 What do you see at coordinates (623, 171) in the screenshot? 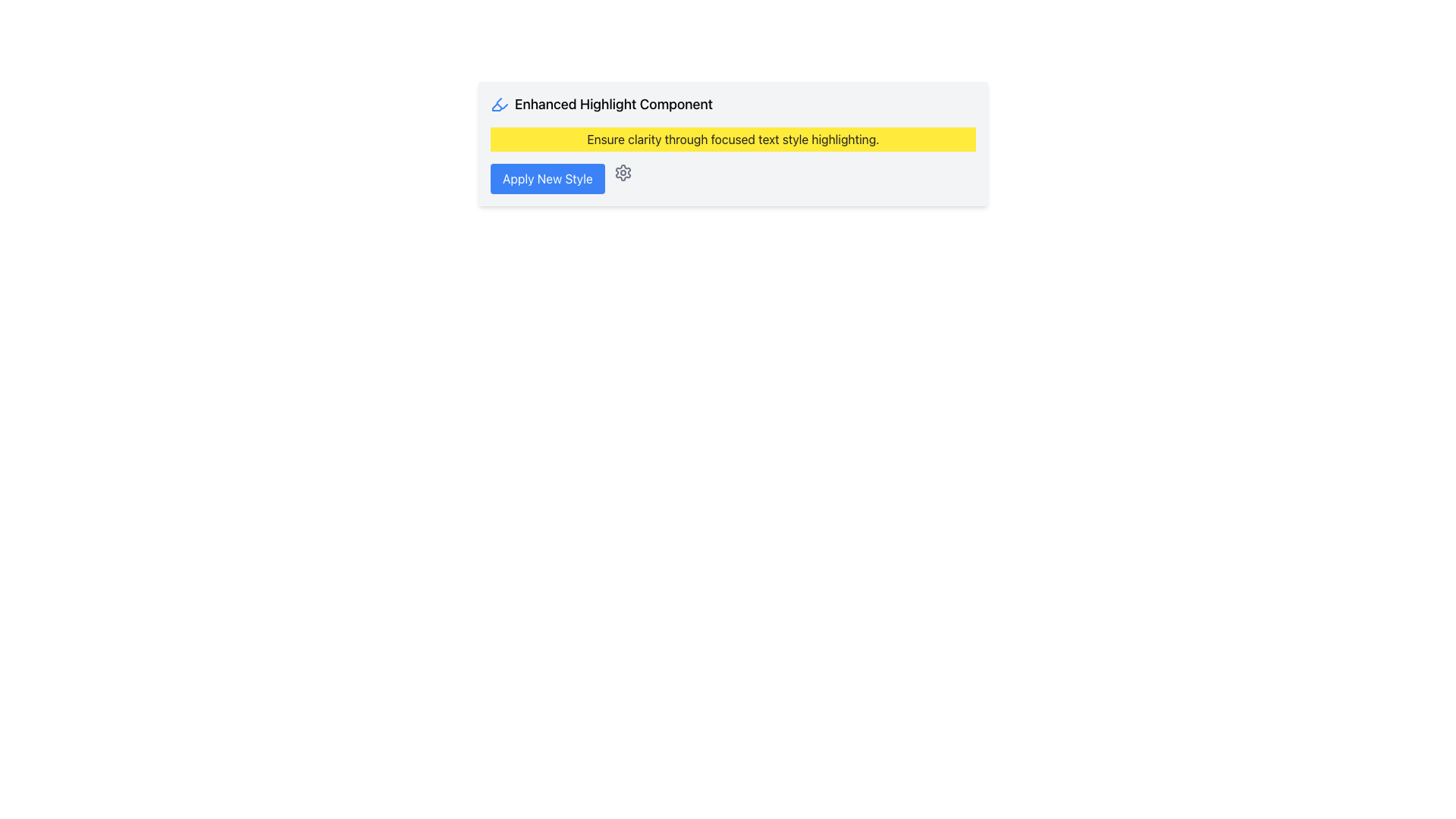
I see `the Settings Icon, which is located immediately to the right of the 'Apply New Style' button` at bounding box center [623, 171].